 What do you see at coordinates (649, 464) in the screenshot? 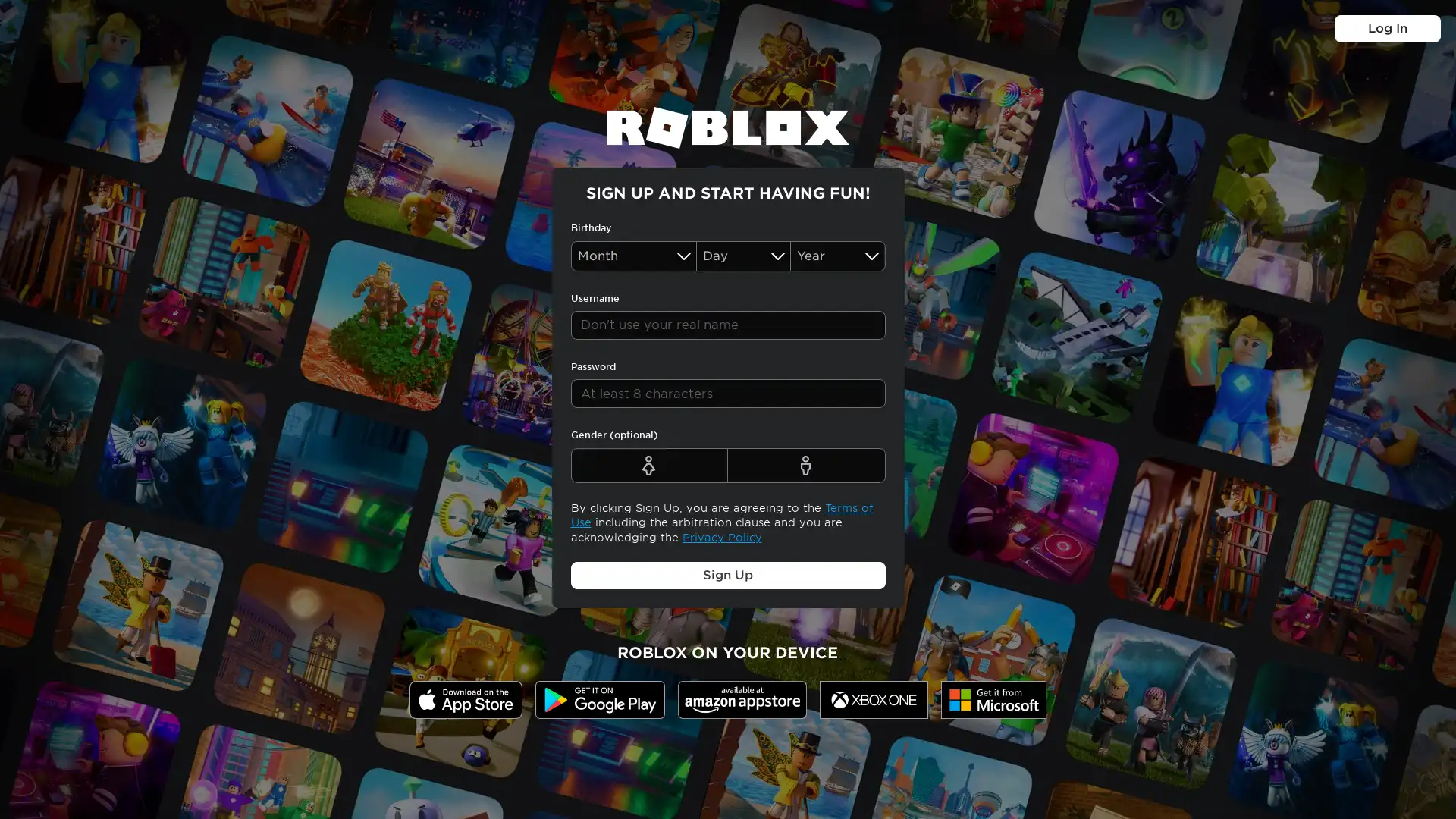
I see `Female` at bounding box center [649, 464].